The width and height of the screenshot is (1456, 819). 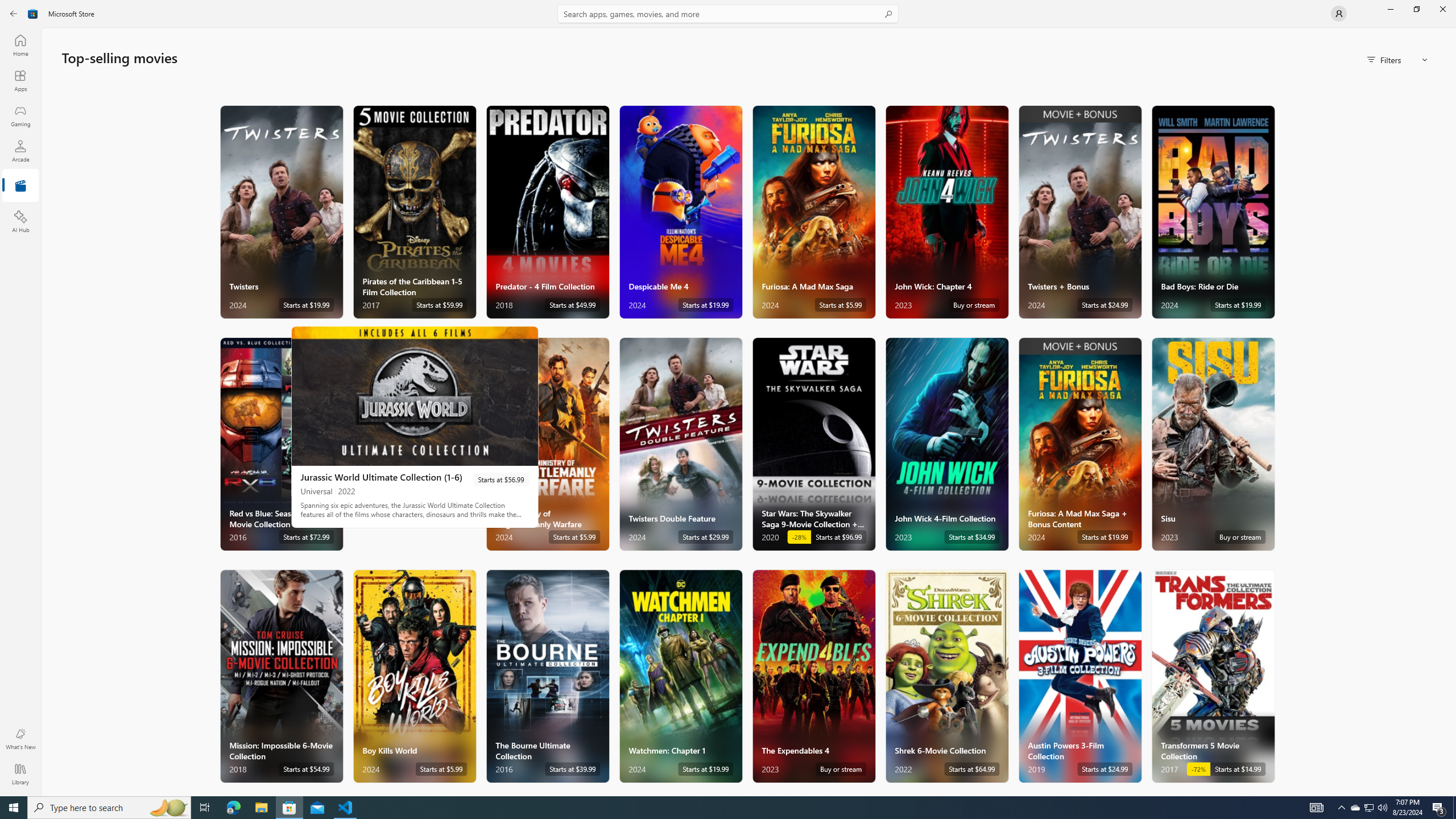 What do you see at coordinates (415, 427) in the screenshot?
I see `'Jurassic World Ultimate Collection (1-6). Starts at $56.99  '` at bounding box center [415, 427].